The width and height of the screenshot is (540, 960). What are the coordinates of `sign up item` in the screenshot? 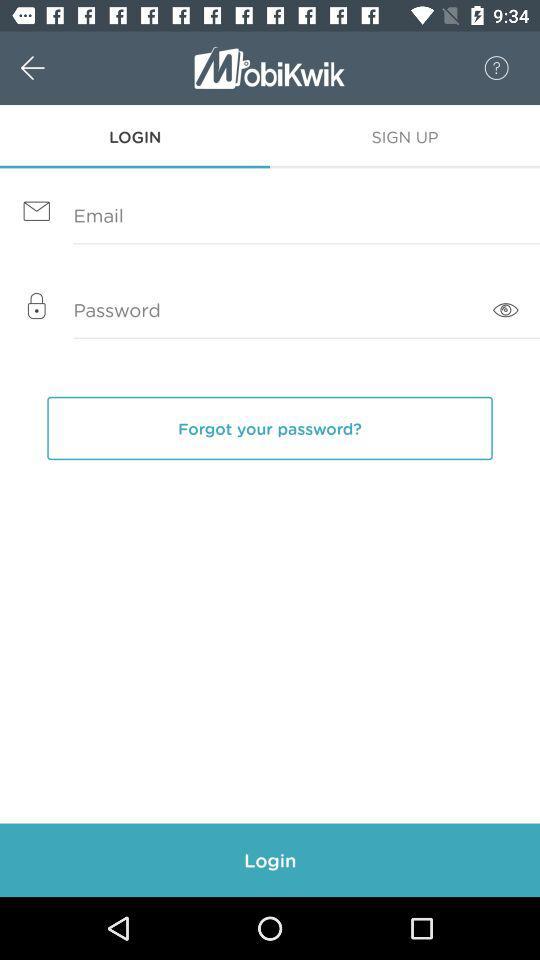 It's located at (405, 135).